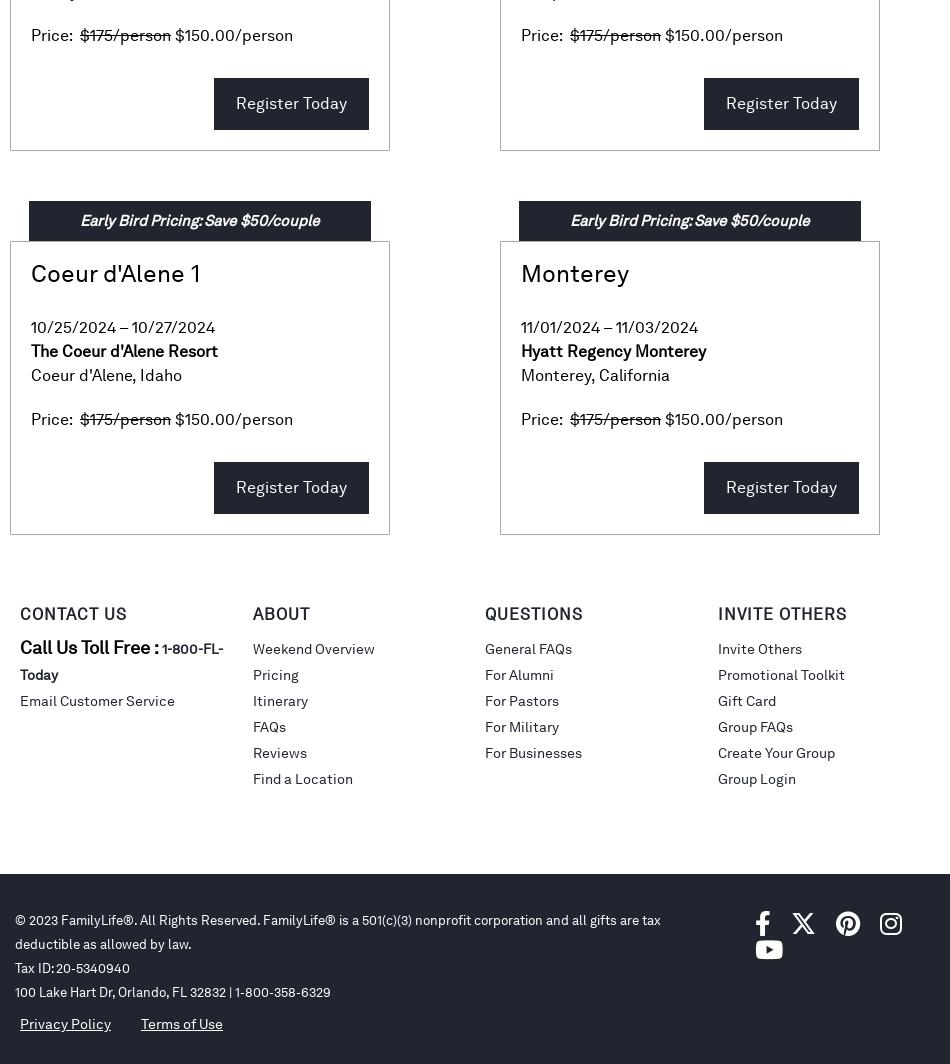 This screenshot has width=950, height=1064. What do you see at coordinates (20, 647) in the screenshot?
I see `'Call Us Toll Free :'` at bounding box center [20, 647].